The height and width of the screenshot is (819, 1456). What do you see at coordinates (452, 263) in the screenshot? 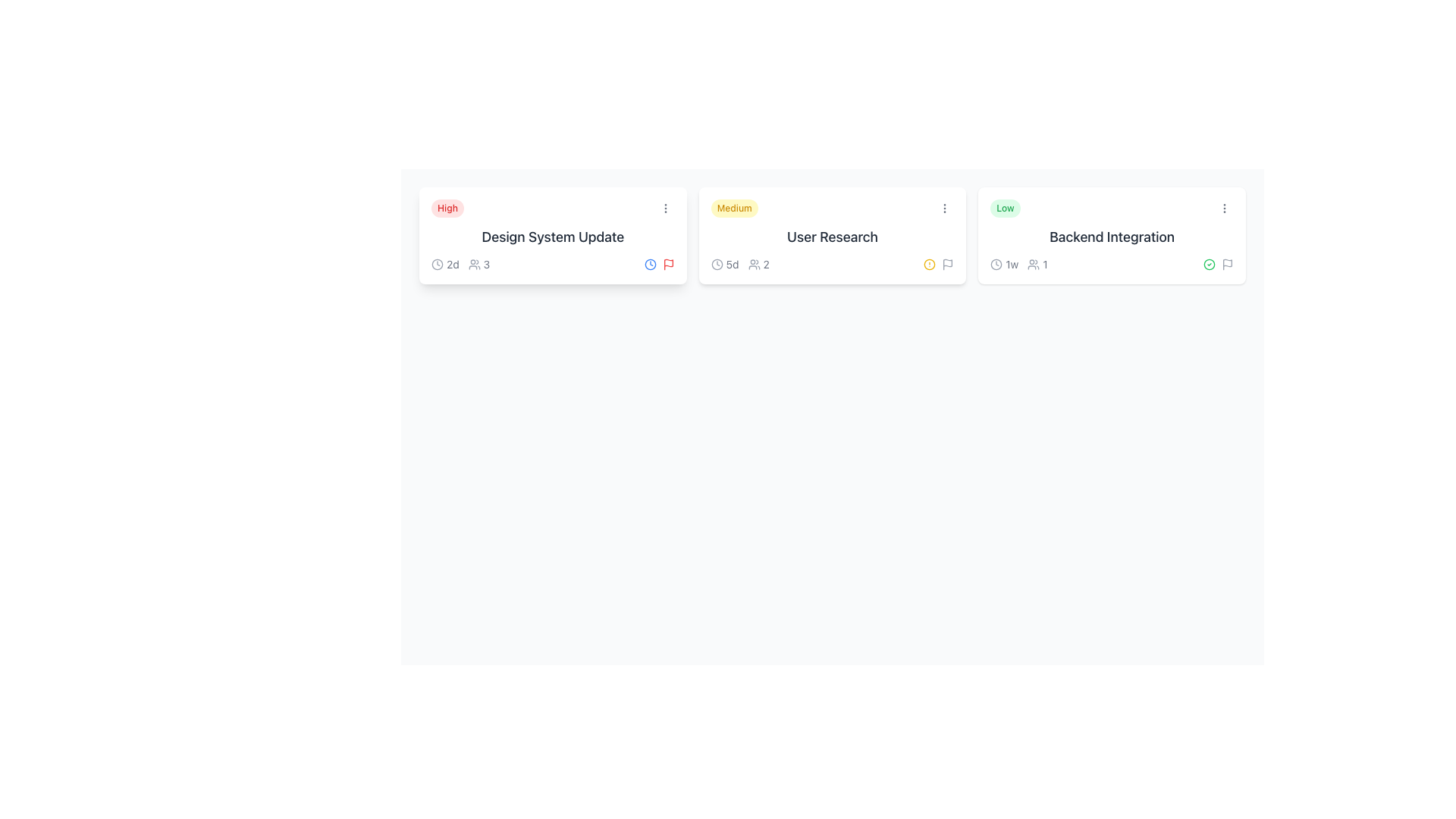
I see `the small light gray text displaying '2d'` at bounding box center [452, 263].